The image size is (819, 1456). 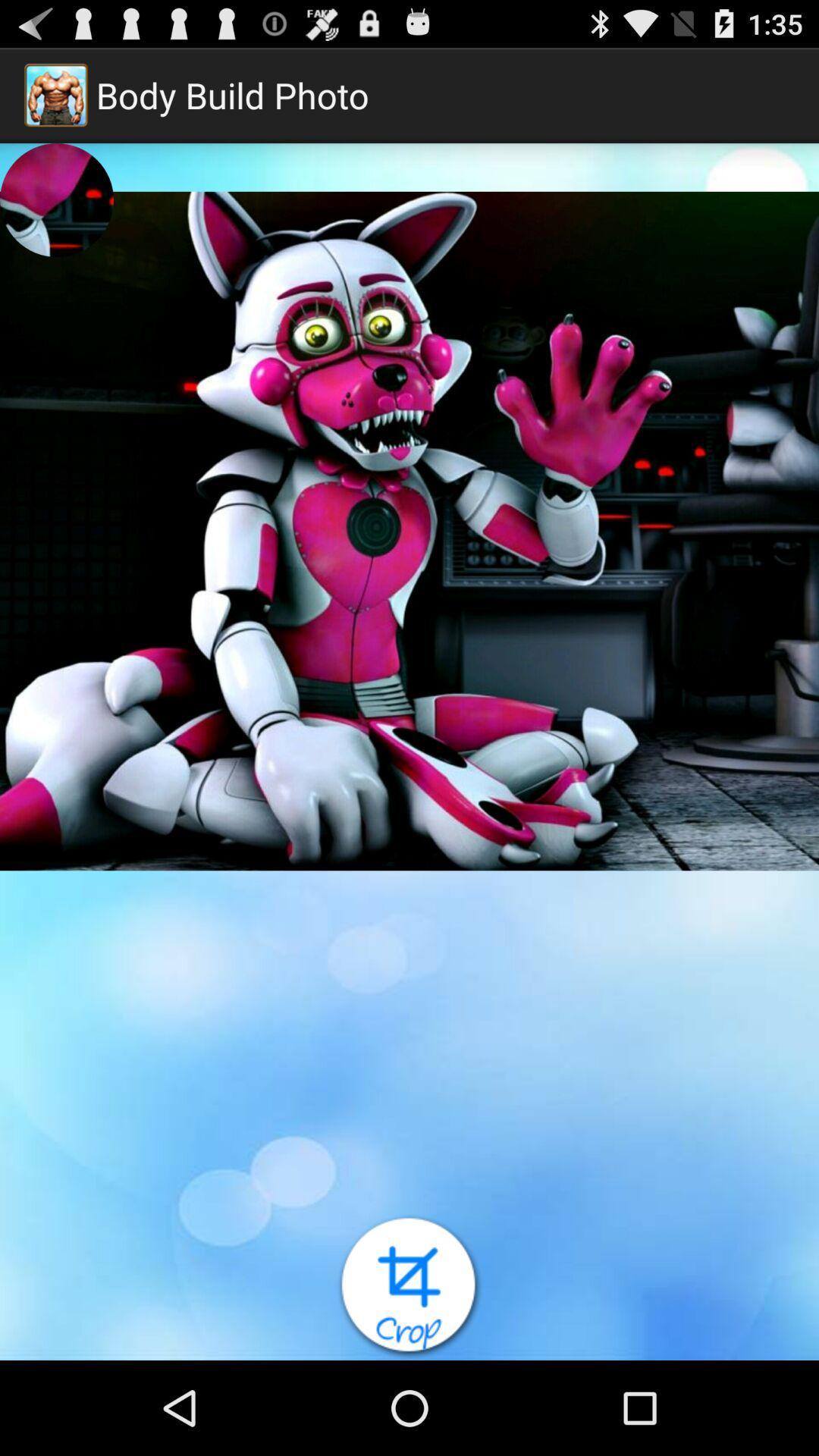 What do you see at coordinates (409, 1286) in the screenshot?
I see `the icon at the bottom` at bounding box center [409, 1286].